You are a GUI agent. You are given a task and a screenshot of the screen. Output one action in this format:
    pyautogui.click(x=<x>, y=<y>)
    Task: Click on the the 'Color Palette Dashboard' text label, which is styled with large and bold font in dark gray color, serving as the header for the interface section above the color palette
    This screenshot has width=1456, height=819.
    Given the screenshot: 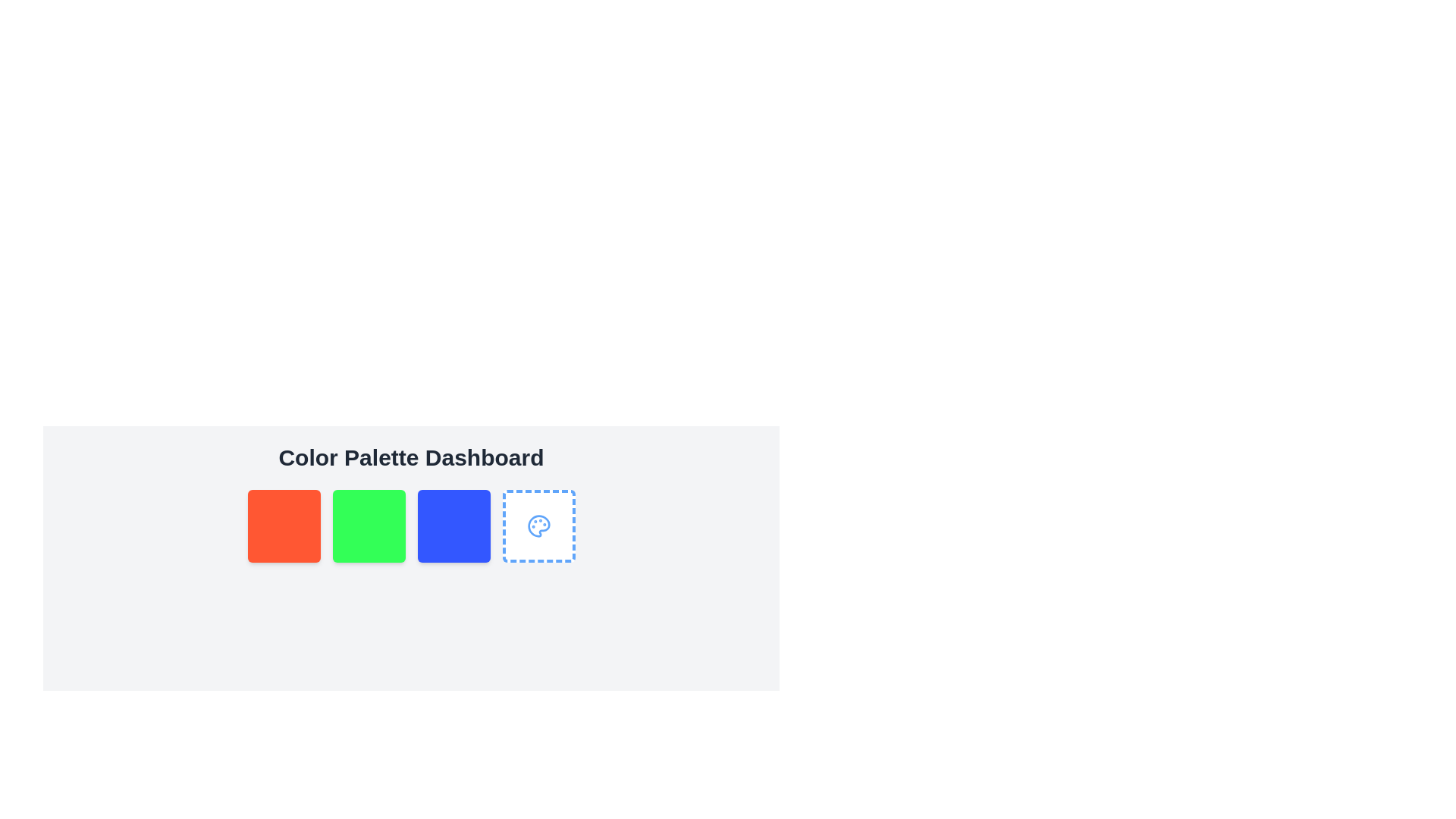 What is the action you would take?
    pyautogui.click(x=411, y=457)
    